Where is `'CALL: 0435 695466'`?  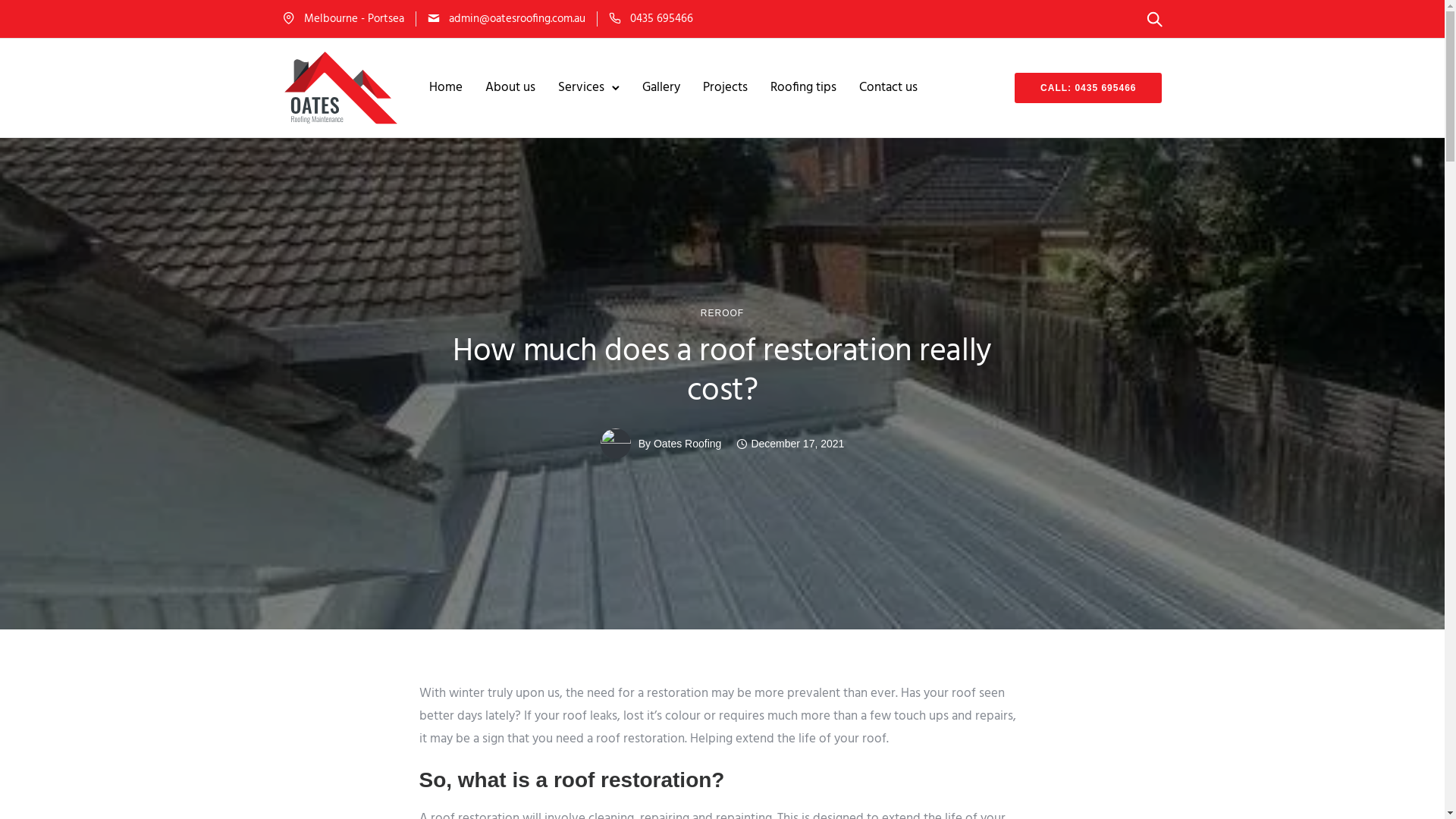
'CALL: 0435 695466' is located at coordinates (1087, 87).